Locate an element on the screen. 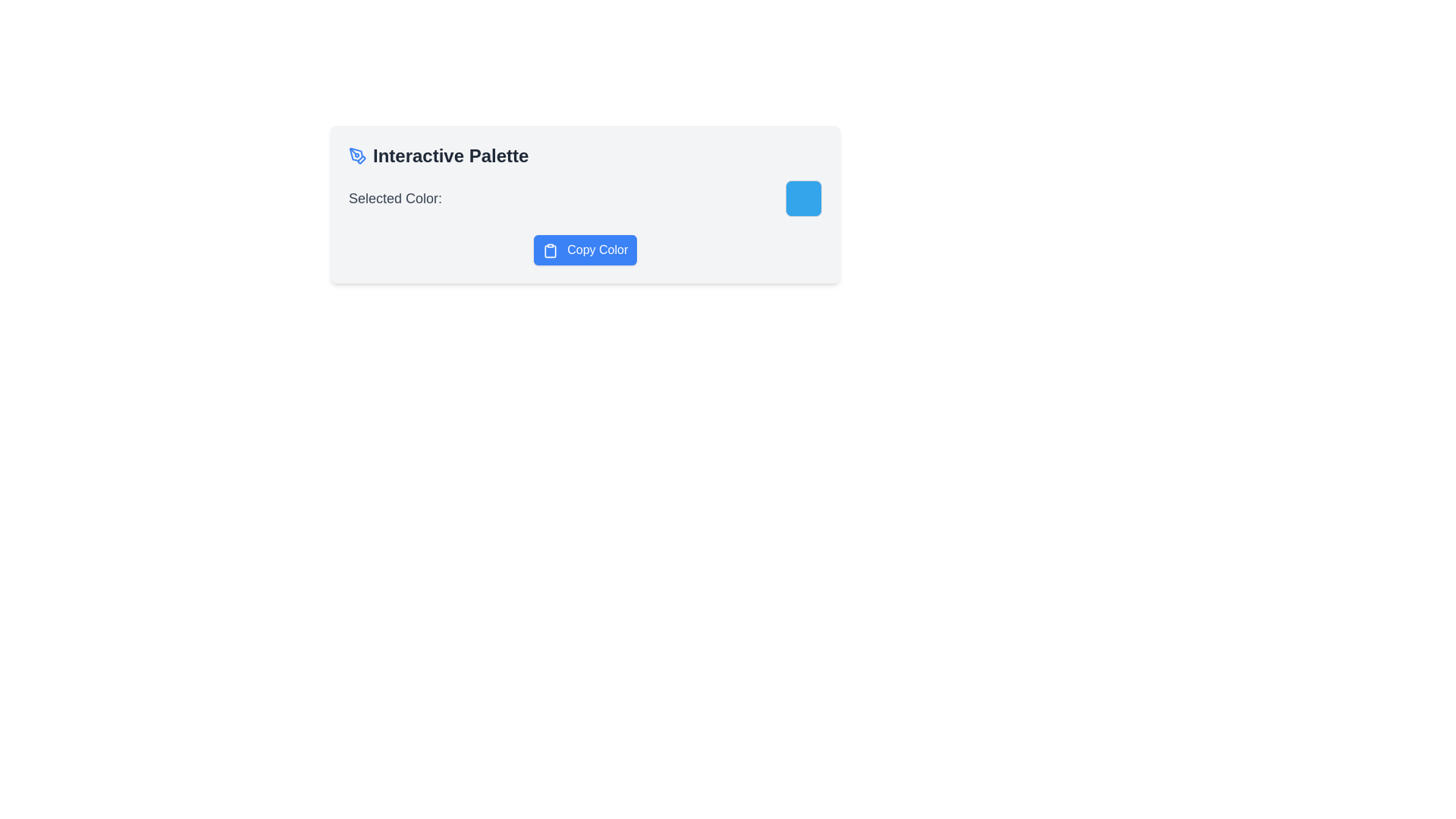  the blue rectangular 'Copy Color' button with rounded corners, which features white capitalized text and a clipboard icon is located at coordinates (585, 249).